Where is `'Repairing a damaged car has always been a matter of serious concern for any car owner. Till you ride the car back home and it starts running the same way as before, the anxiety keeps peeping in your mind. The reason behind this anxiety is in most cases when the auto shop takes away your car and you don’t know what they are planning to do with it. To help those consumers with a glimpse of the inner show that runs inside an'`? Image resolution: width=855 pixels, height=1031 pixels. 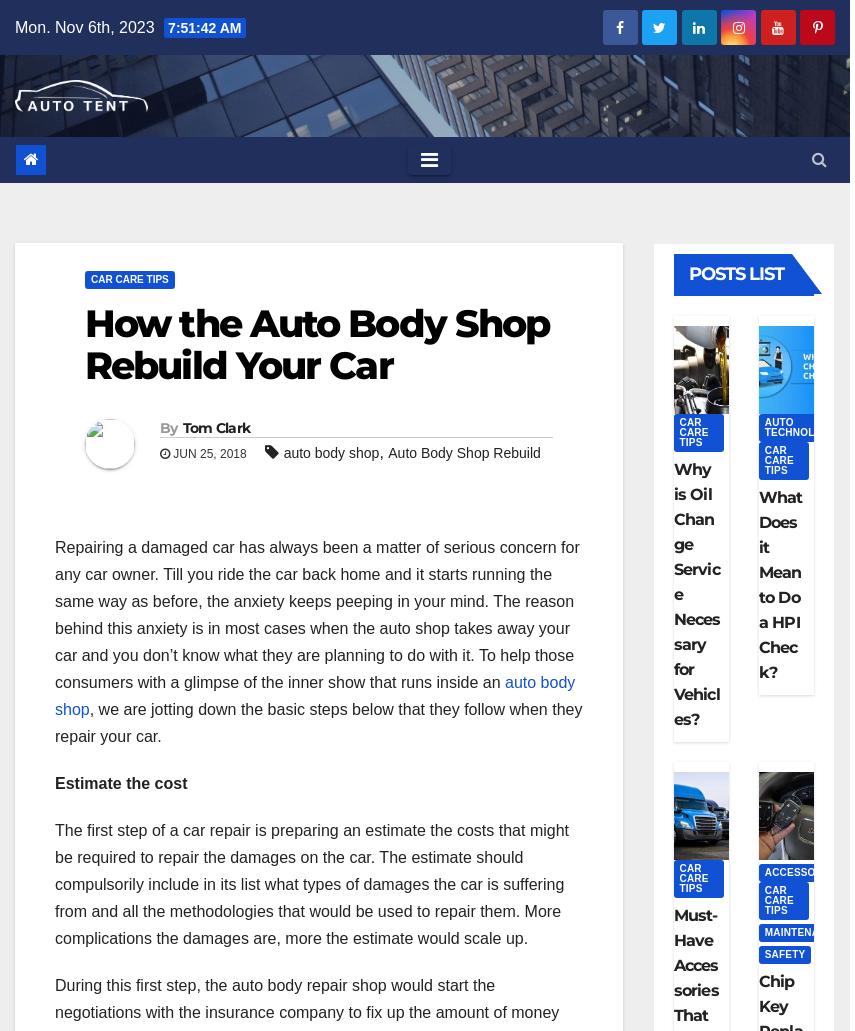 'Repairing a damaged car has always been a matter of serious concern for any car owner. Till you ride the car back home and it starts running the same way as before, the anxiety keeps peeping in your mind. The reason behind this anxiety is in most cases when the auto shop takes away your car and you don’t know what they are planning to do with it. To help those consumers with a glimpse of the inner show that runs inside an' is located at coordinates (316, 613).